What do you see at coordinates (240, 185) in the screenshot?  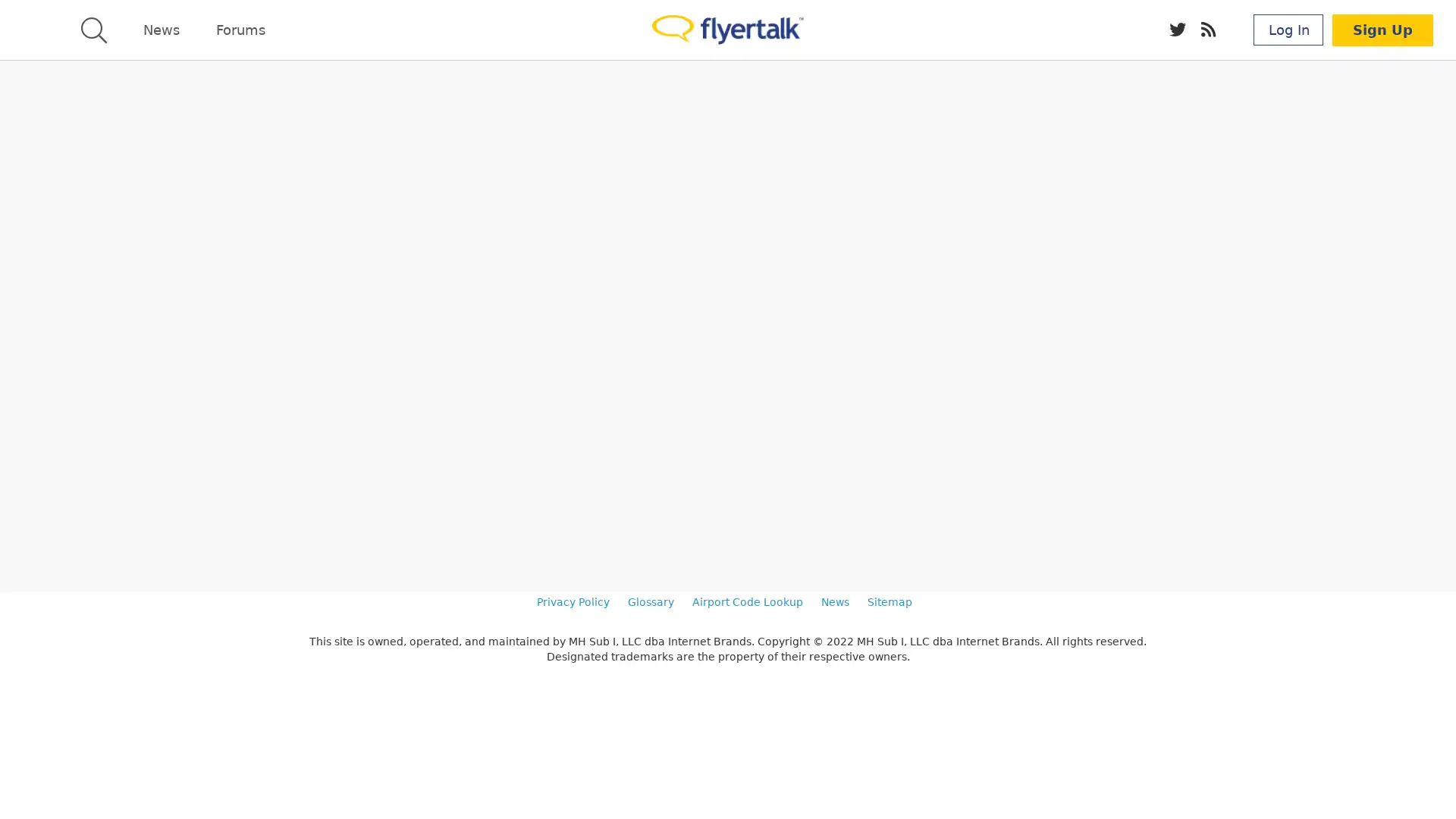 I see `Browse by: Loyalty Programs & Groups    Hotel Brand    Hotel Category` at bounding box center [240, 185].